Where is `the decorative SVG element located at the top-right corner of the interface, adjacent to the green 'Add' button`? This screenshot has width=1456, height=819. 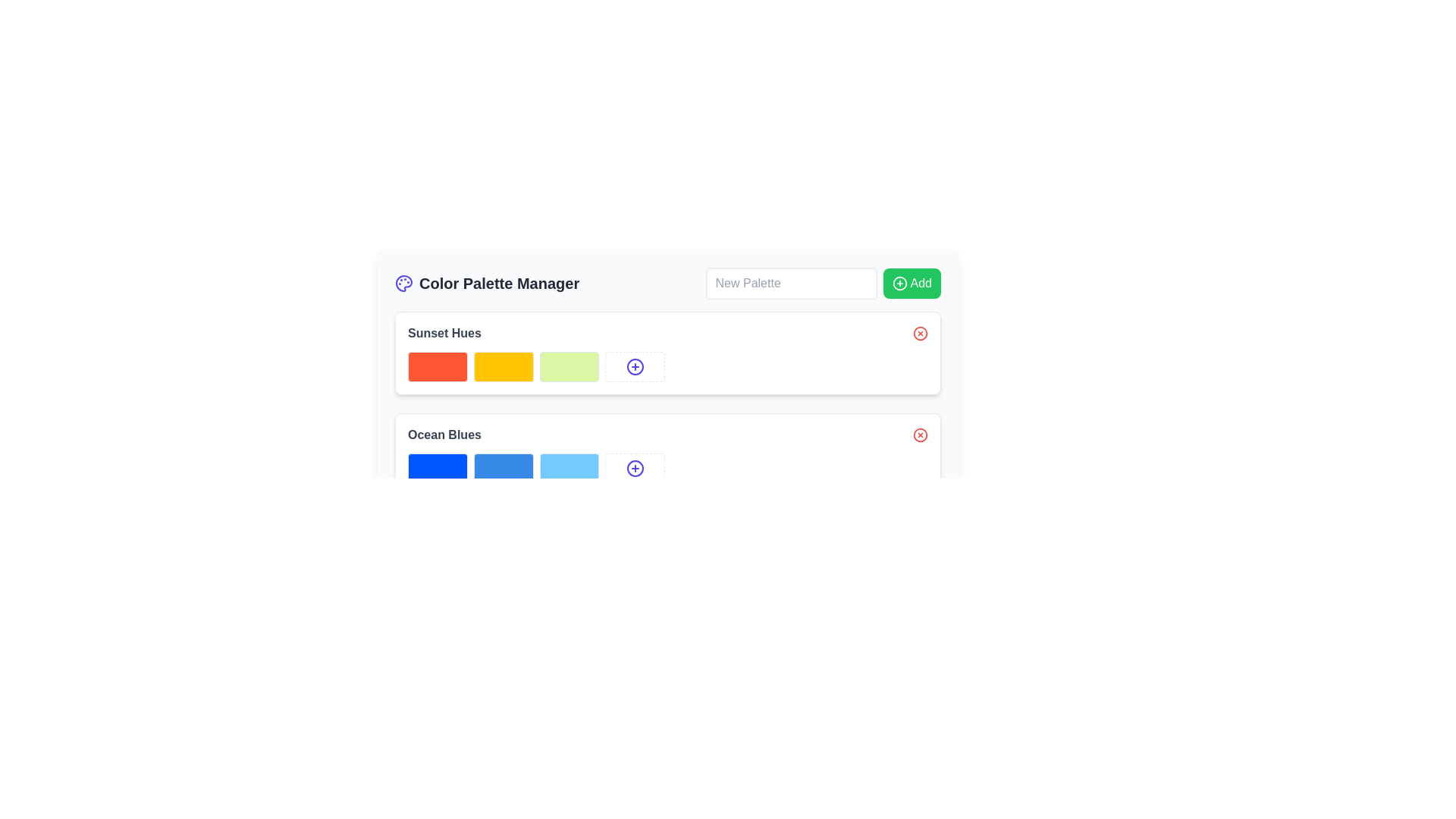 the decorative SVG element located at the top-right corner of the interface, adjacent to the green 'Add' button is located at coordinates (899, 284).